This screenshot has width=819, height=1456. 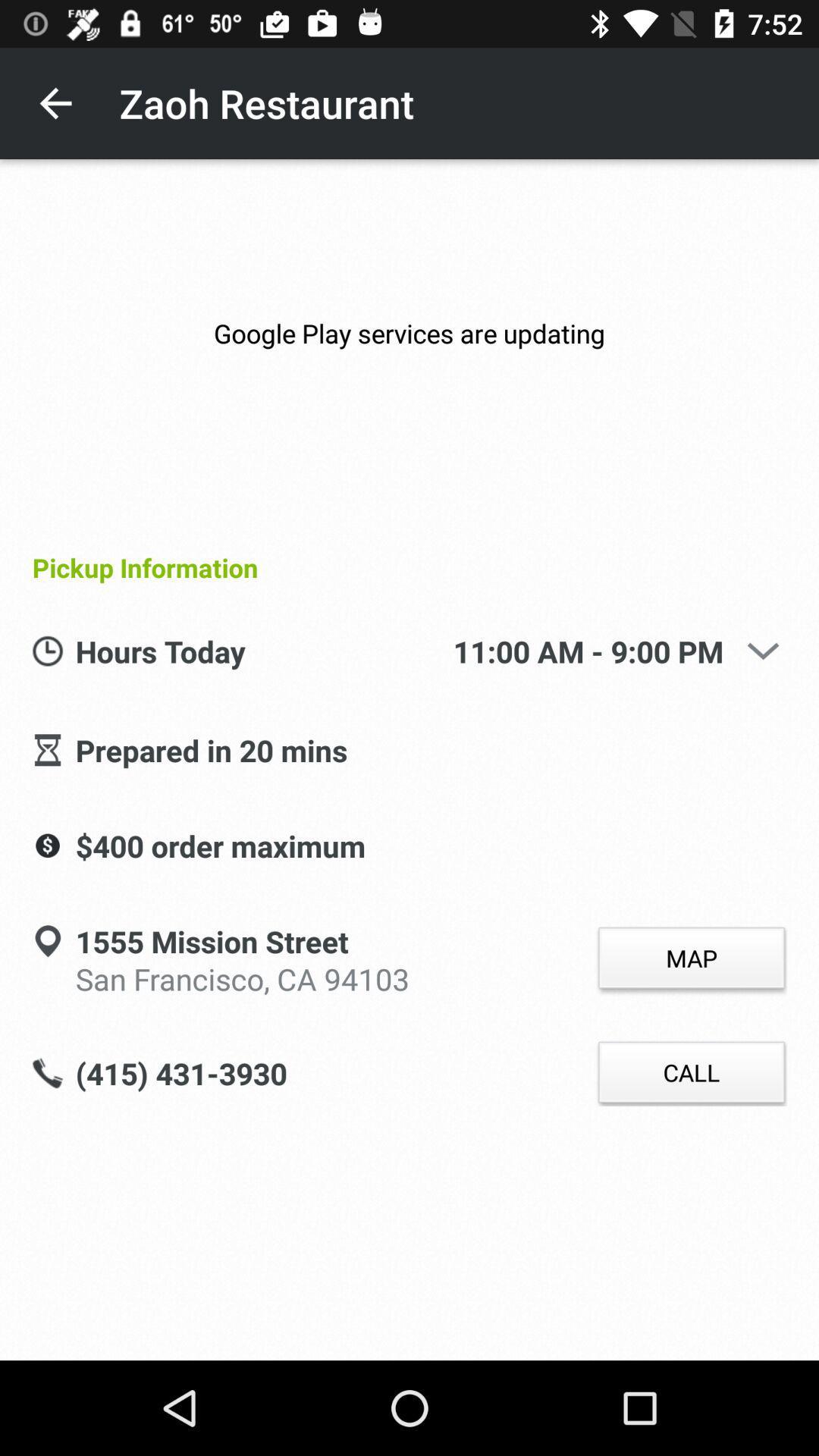 What do you see at coordinates (691, 1072) in the screenshot?
I see `the icon to the right of (415) 431-3930 item` at bounding box center [691, 1072].